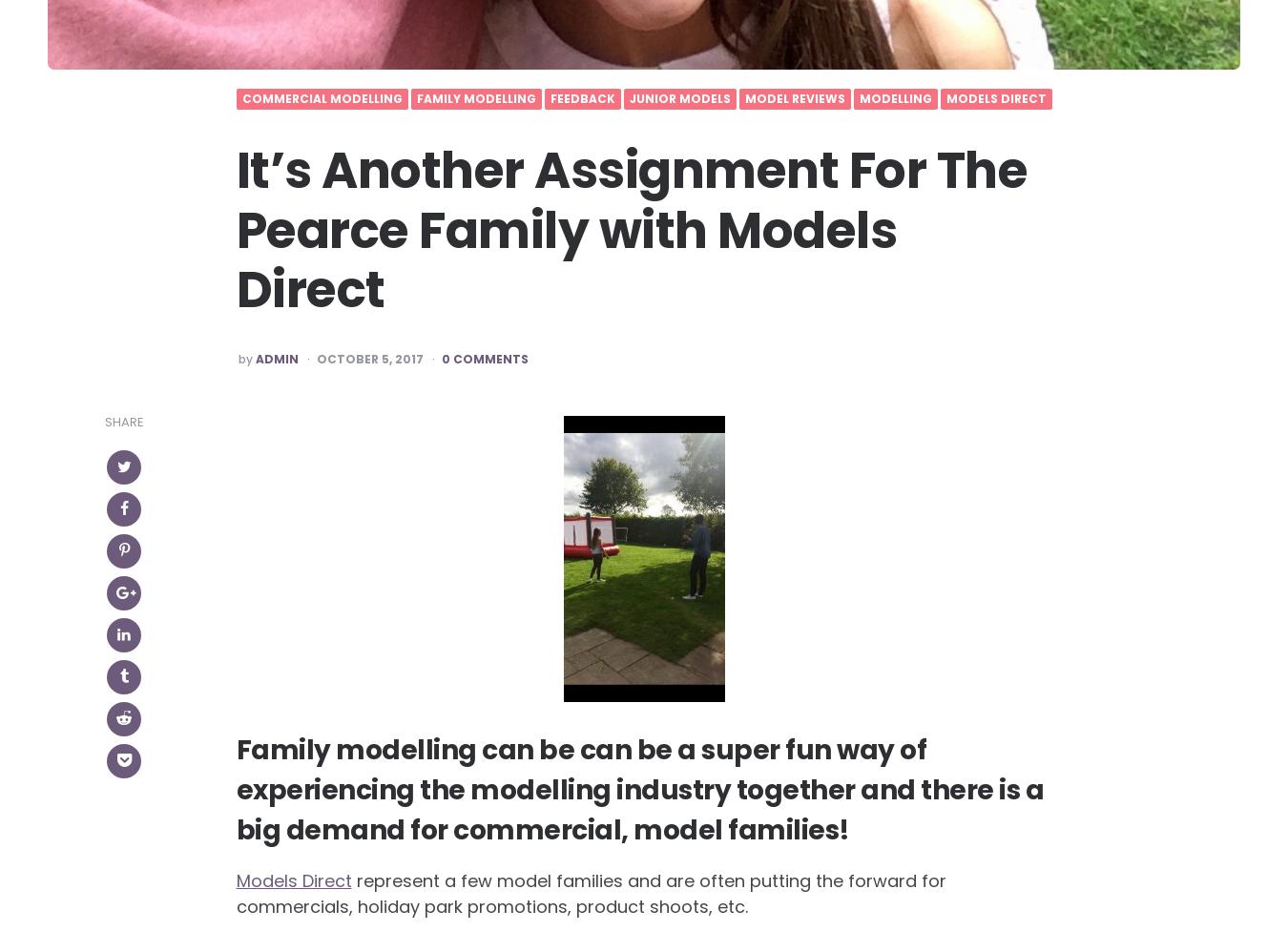  Describe the element at coordinates (243, 358) in the screenshot. I see `'by'` at that location.